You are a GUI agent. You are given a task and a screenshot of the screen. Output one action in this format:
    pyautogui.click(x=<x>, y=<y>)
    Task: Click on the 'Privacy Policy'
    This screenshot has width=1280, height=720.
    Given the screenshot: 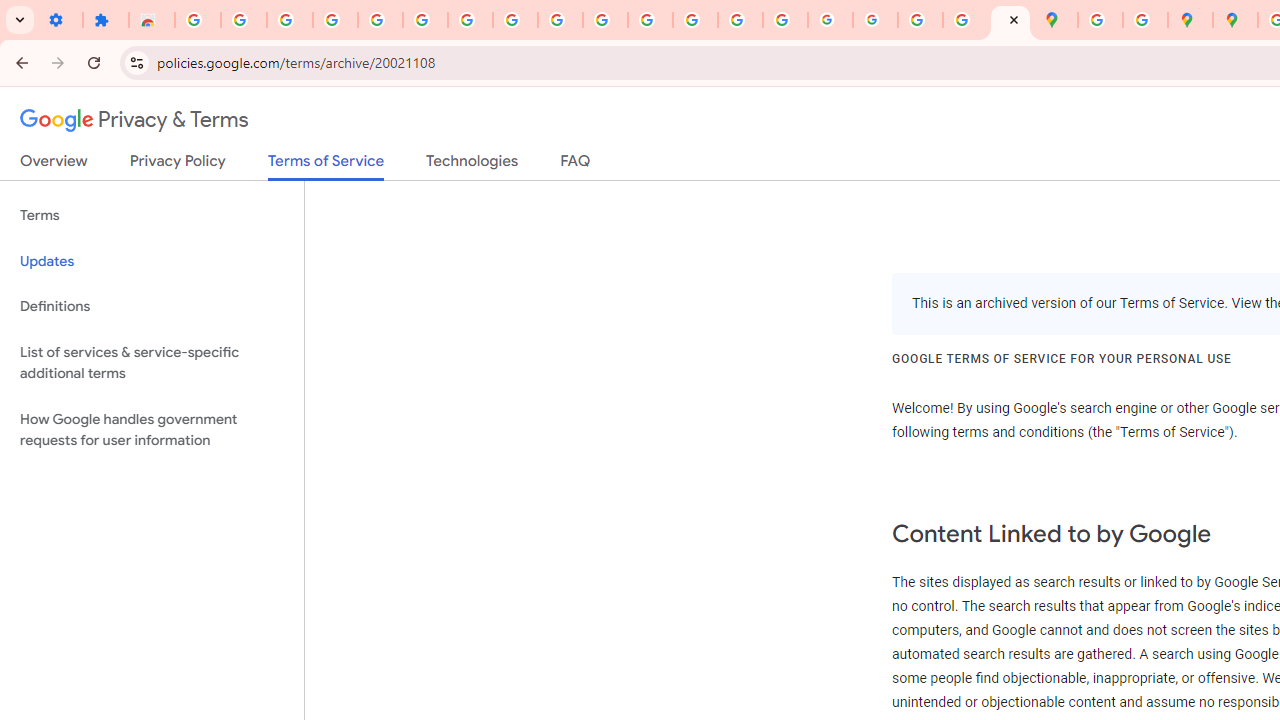 What is the action you would take?
    pyautogui.click(x=177, y=164)
    